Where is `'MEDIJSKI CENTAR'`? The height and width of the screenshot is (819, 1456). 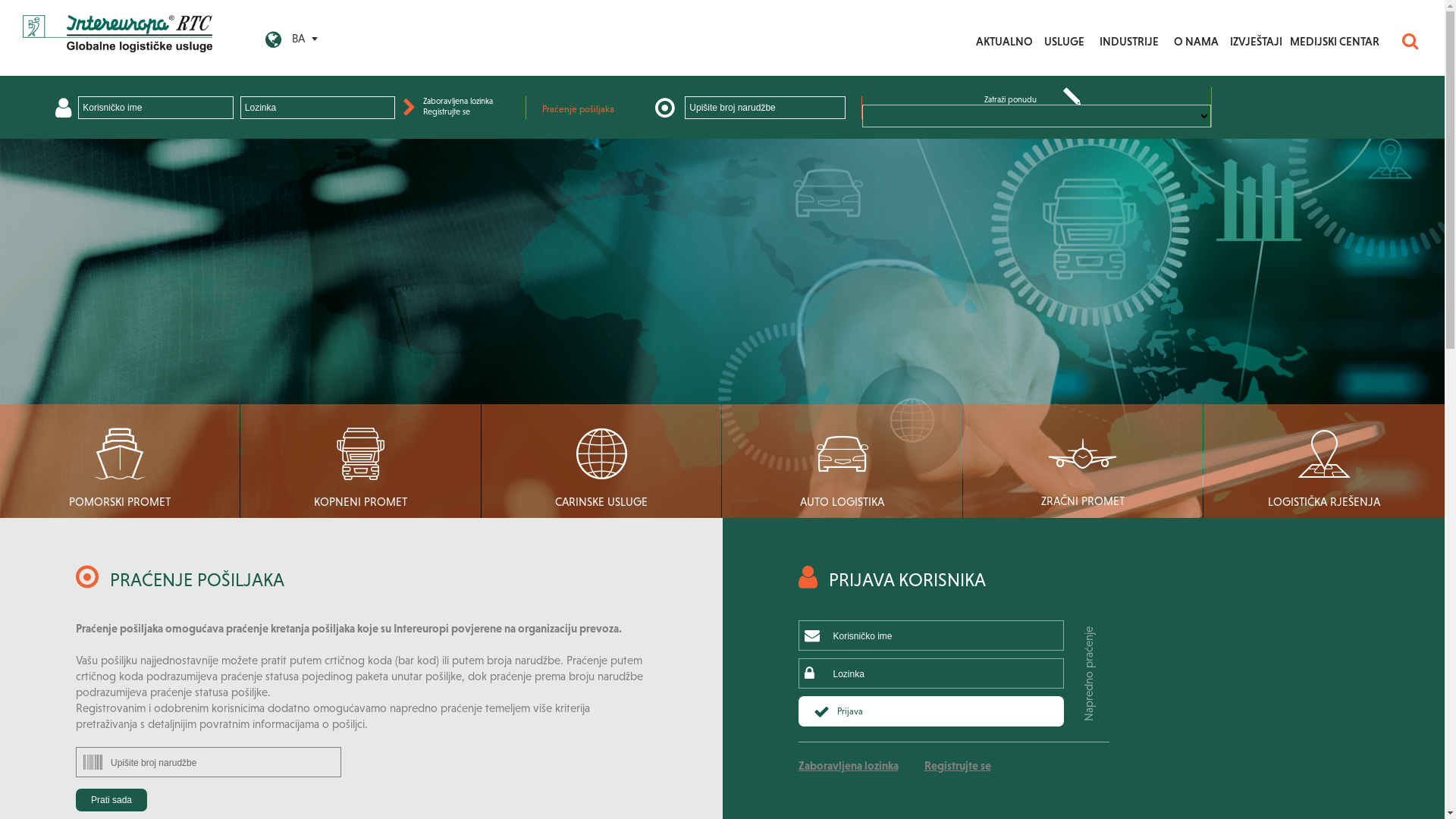 'MEDIJSKI CENTAR' is located at coordinates (1335, 42).